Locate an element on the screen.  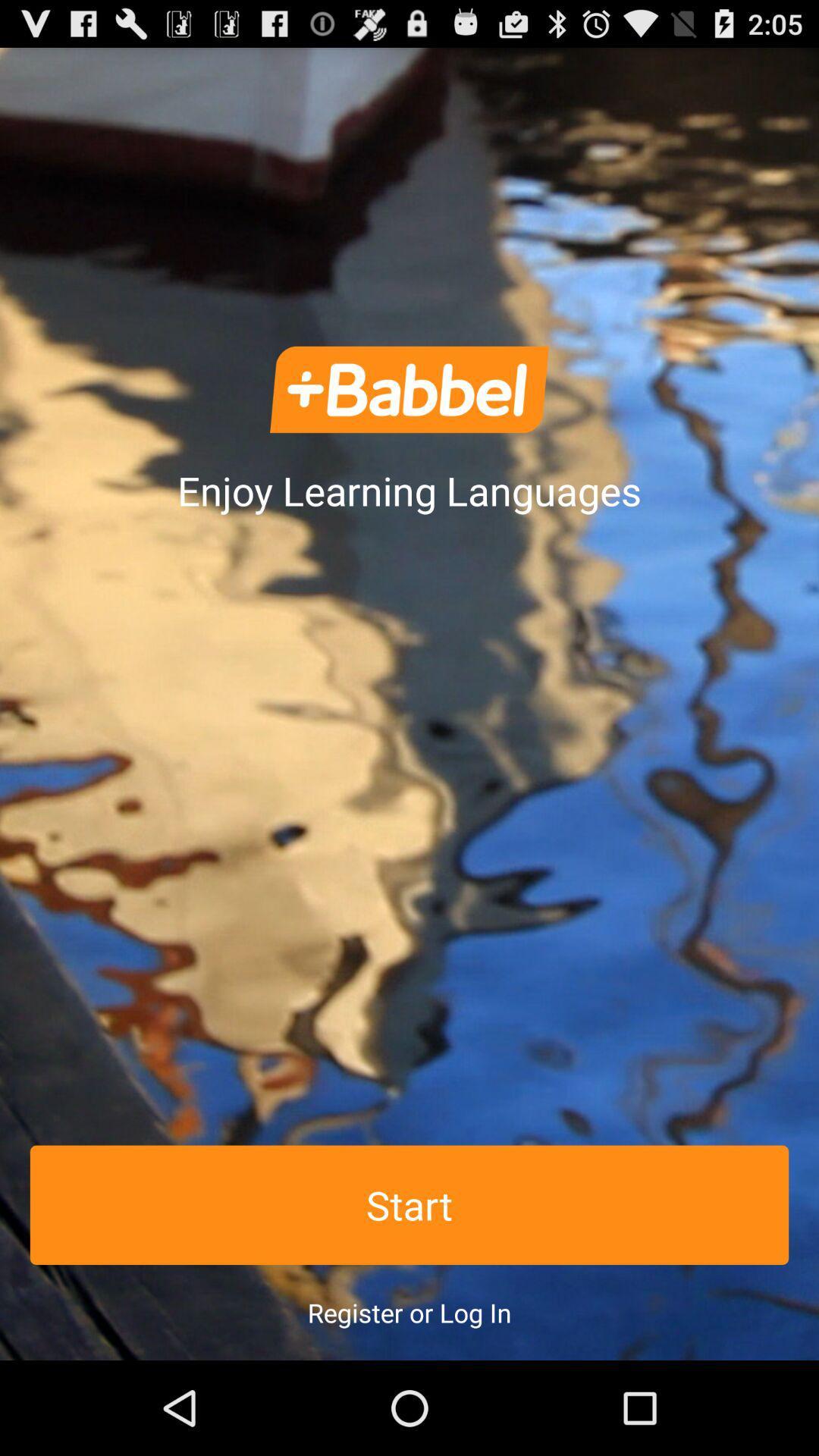
the start is located at coordinates (409, 1204).